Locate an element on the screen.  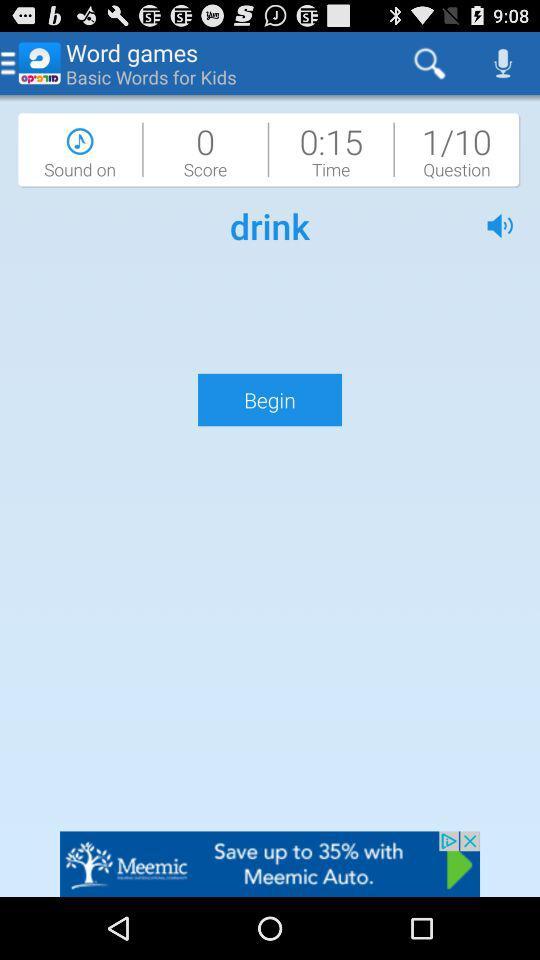
search icon is located at coordinates (429, 63).